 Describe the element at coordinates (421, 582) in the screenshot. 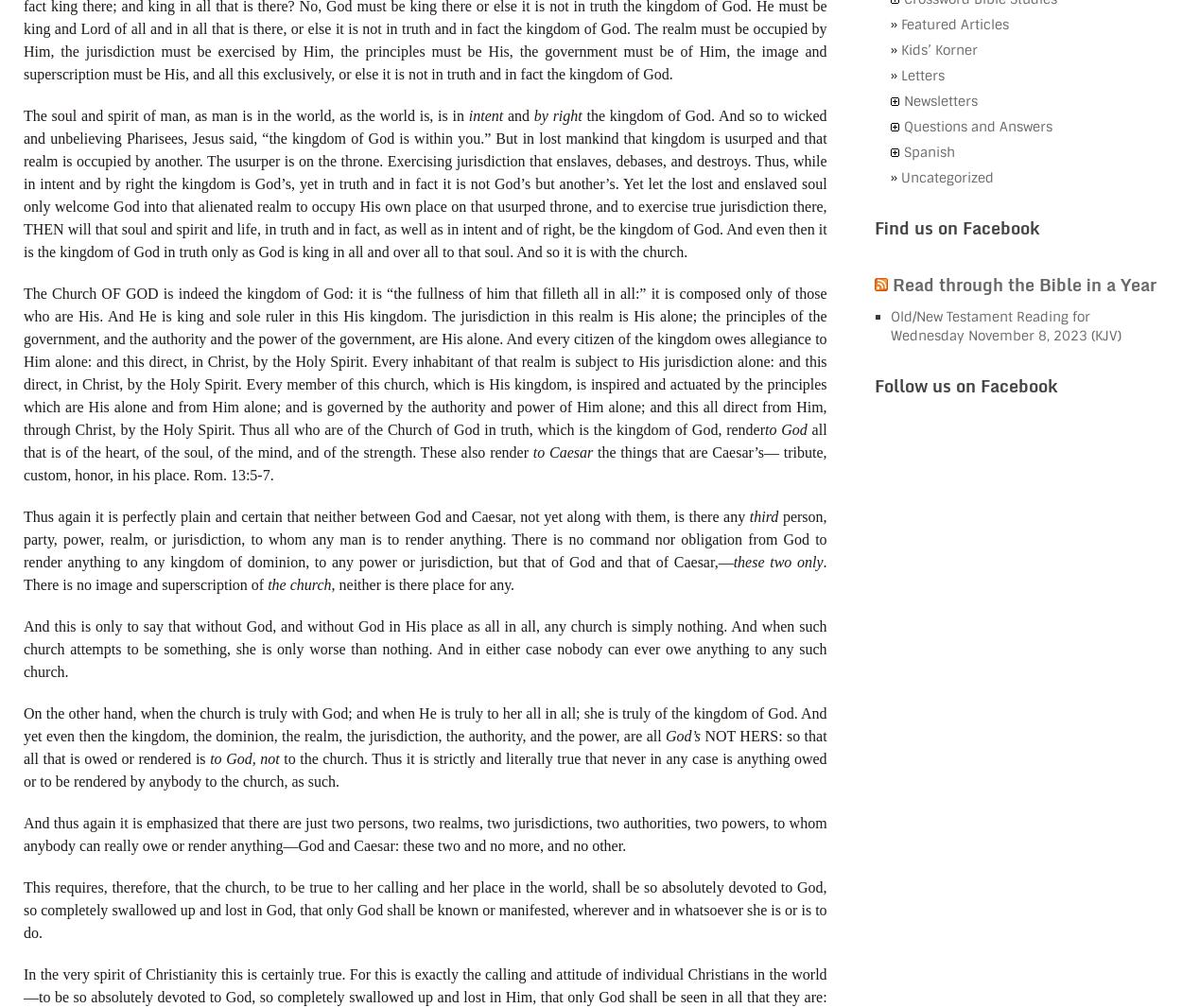

I see `', neither is there place for any.'` at that location.